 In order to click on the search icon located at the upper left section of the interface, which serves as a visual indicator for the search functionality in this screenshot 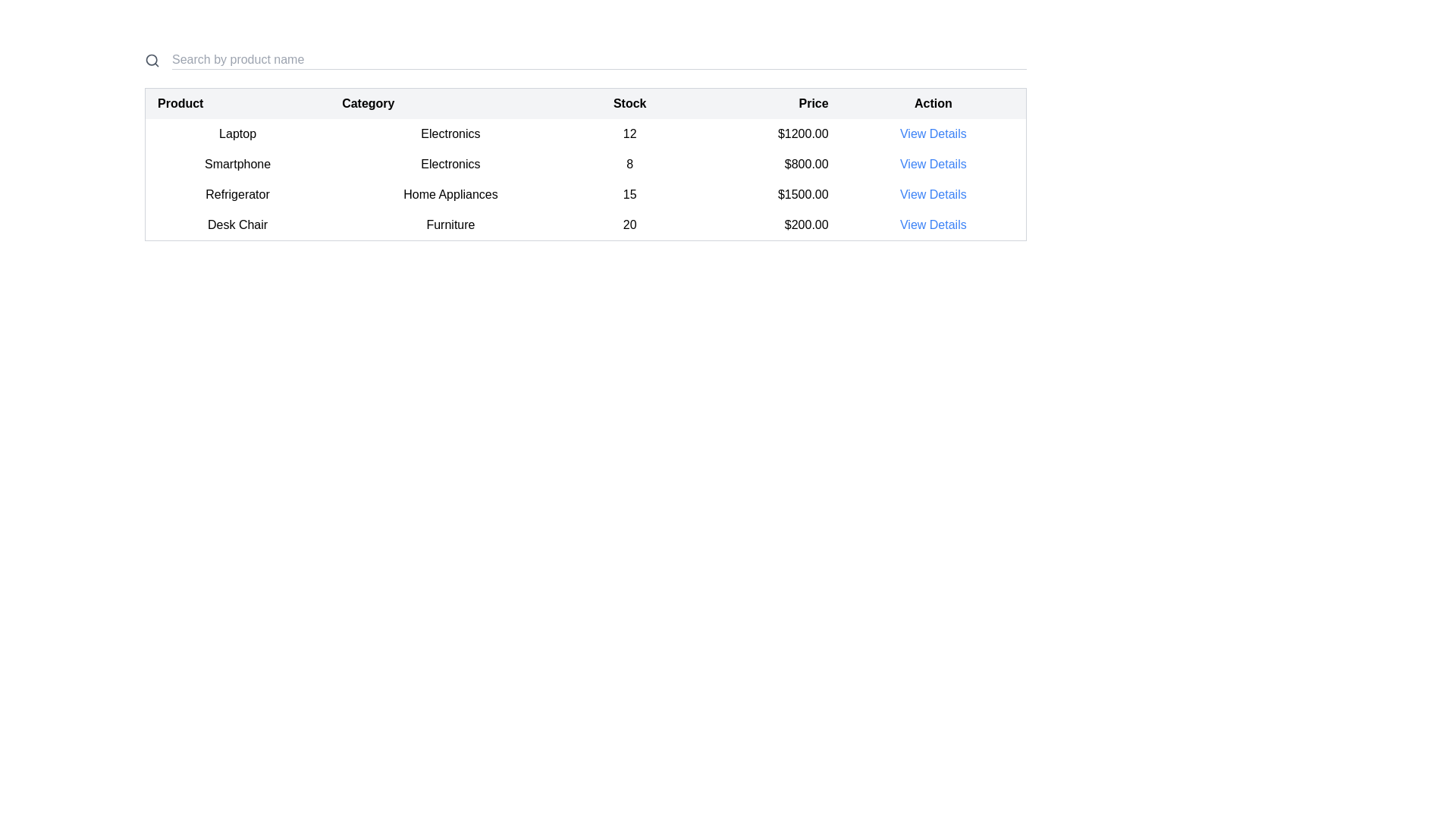, I will do `click(152, 59)`.